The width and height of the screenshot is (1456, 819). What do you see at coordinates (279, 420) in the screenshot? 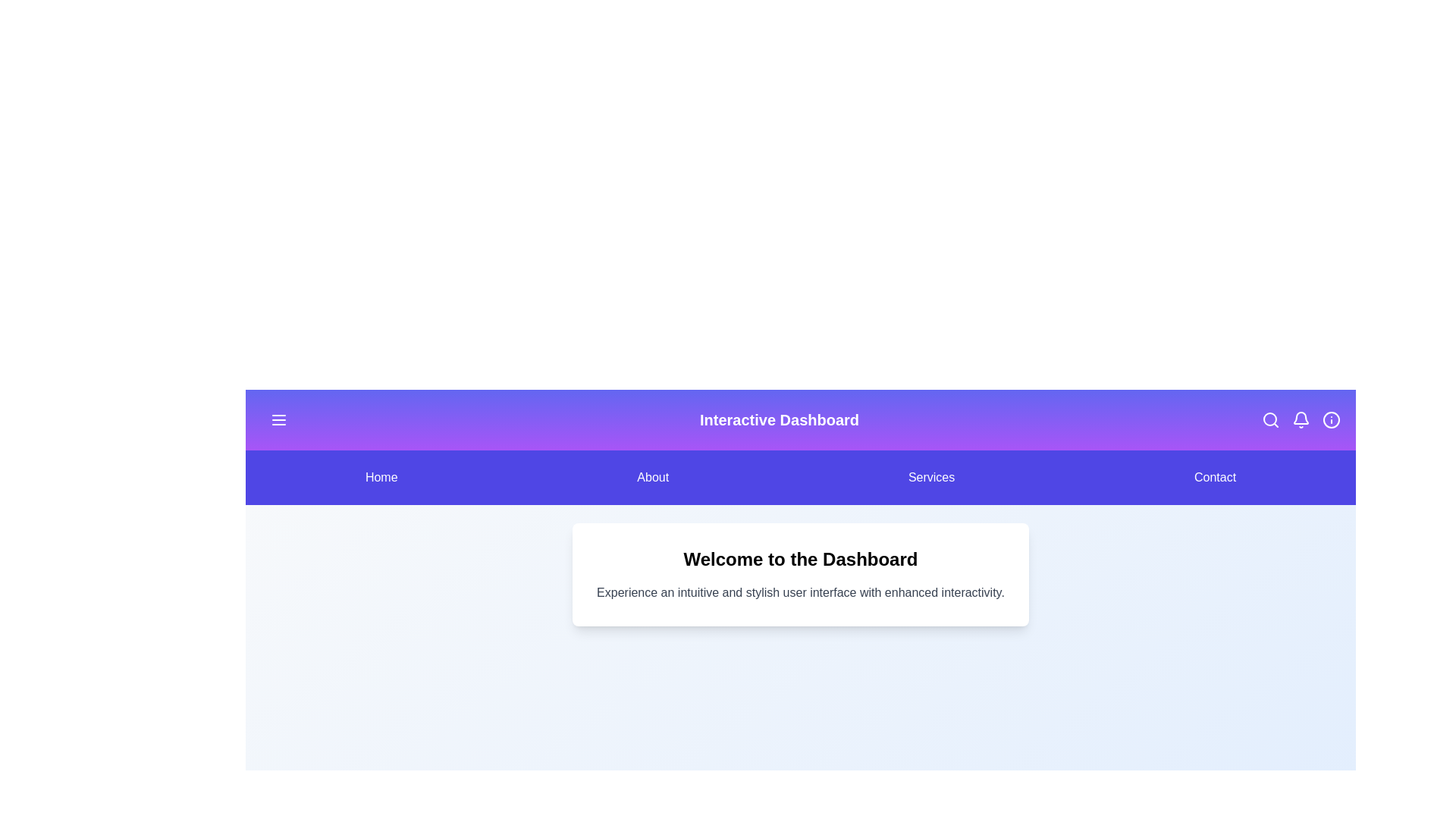
I see `the hamburger icon in the header to toggle the menu` at bounding box center [279, 420].